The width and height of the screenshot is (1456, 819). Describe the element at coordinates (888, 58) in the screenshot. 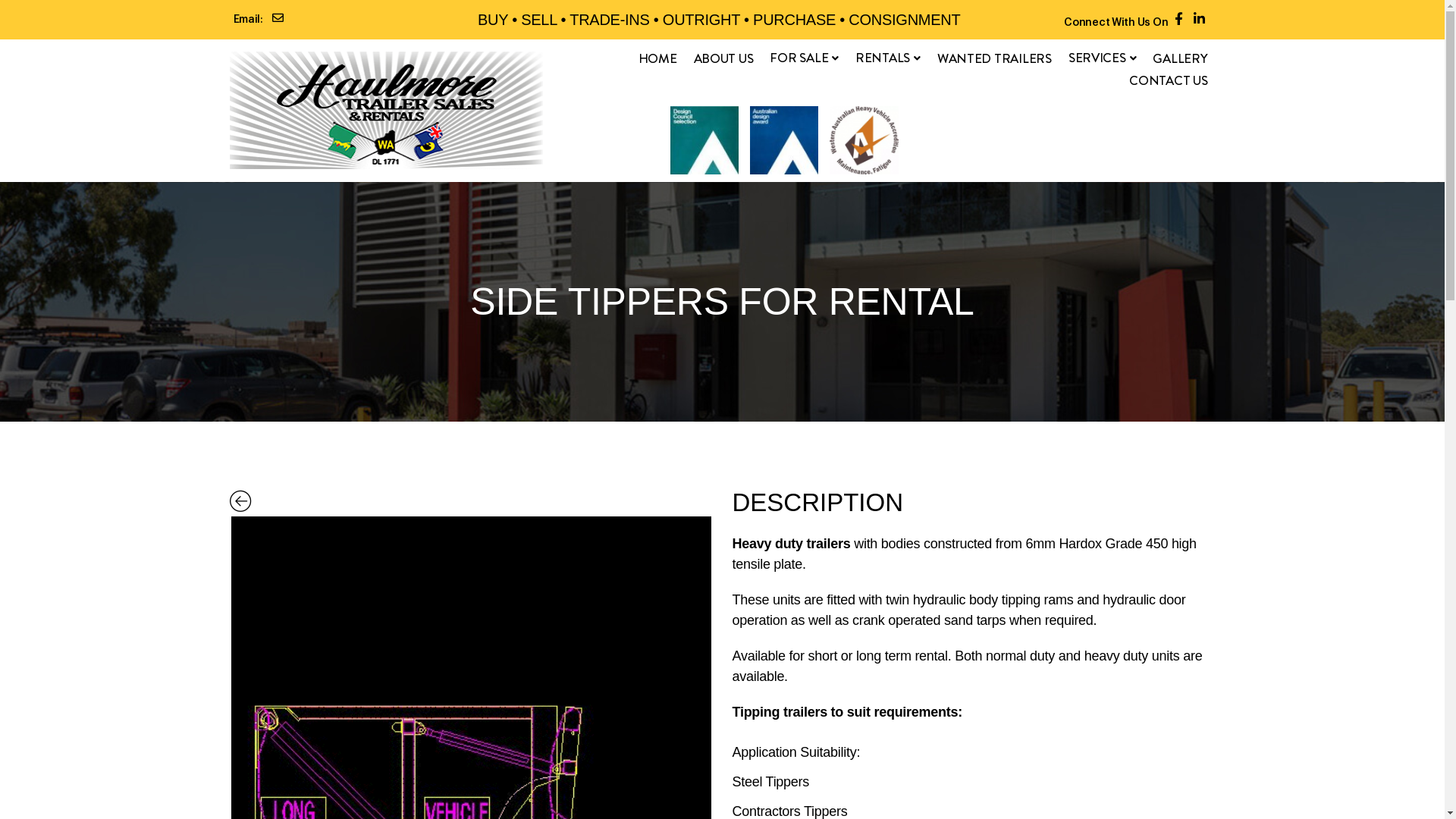

I see `'RENTALS'` at that location.